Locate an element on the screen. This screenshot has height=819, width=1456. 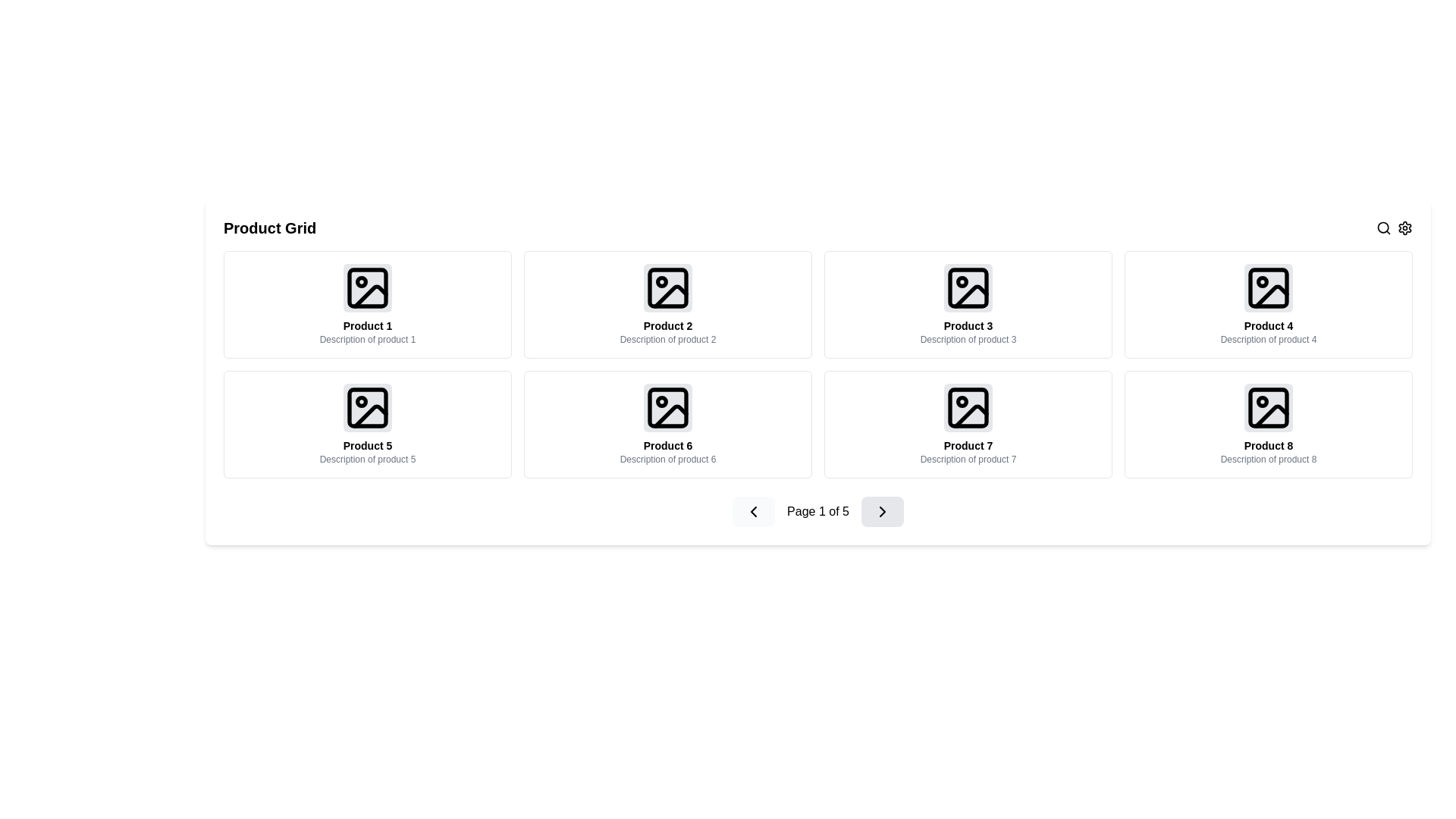
the text label displaying 'Description of product 8', which is in a smaller-sized, grayish font and centrally aligned below the title 'Product 8' is located at coordinates (1269, 458).